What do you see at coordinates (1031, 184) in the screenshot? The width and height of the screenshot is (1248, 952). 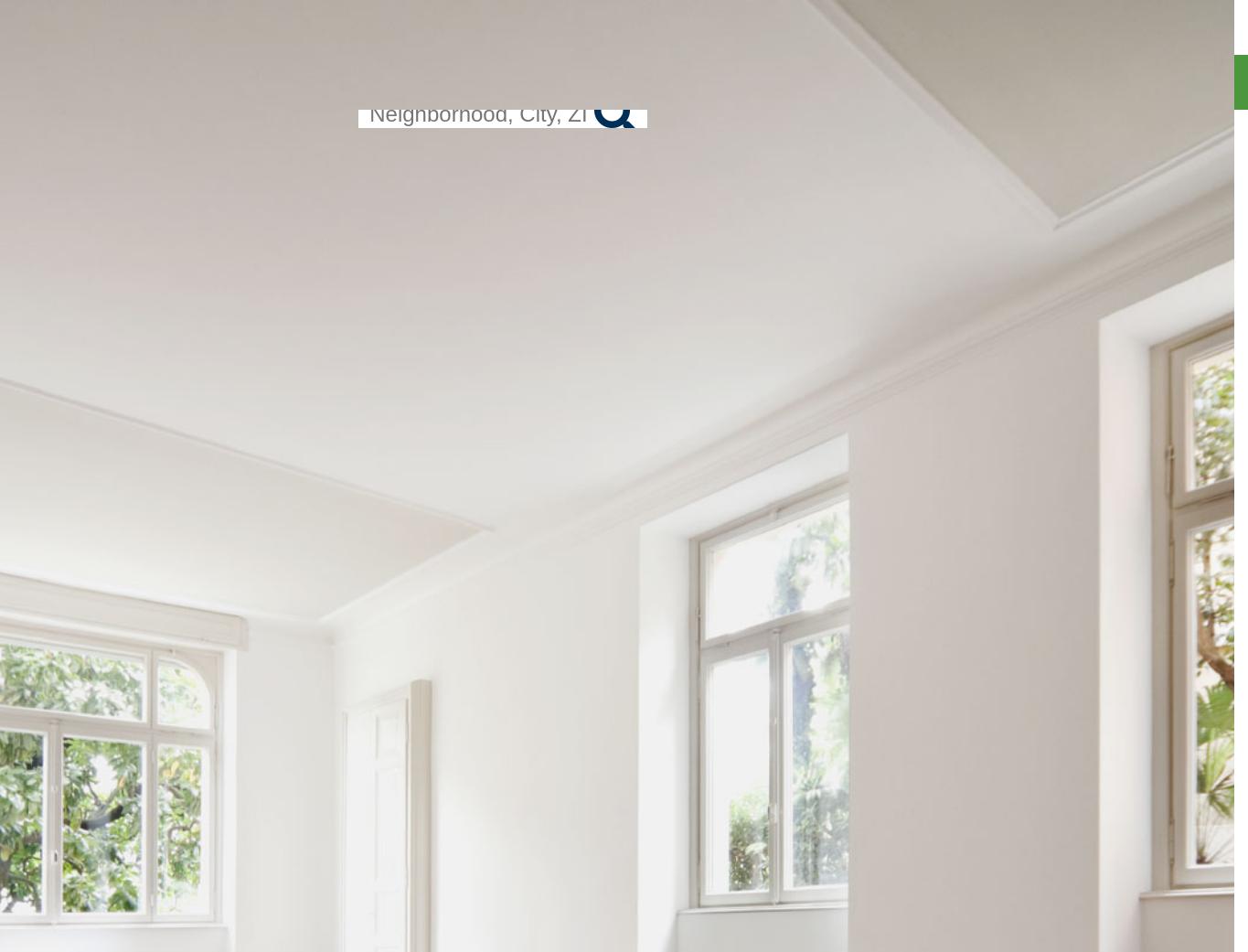 I see `'My Company's Active Listings'` at bounding box center [1031, 184].